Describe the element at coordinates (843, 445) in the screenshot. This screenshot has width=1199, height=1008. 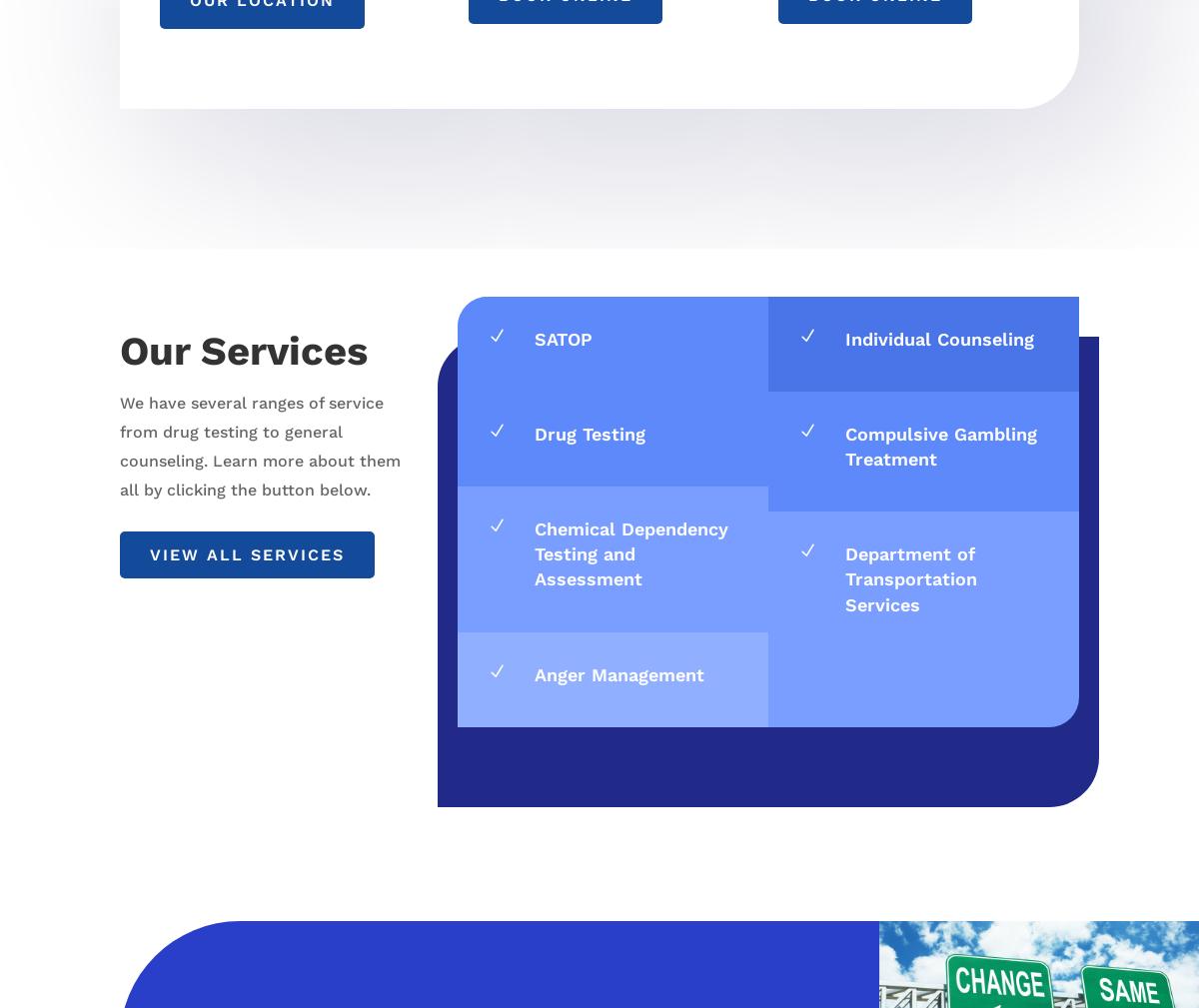
I see `'Compulsive Gambling Treatment'` at that location.